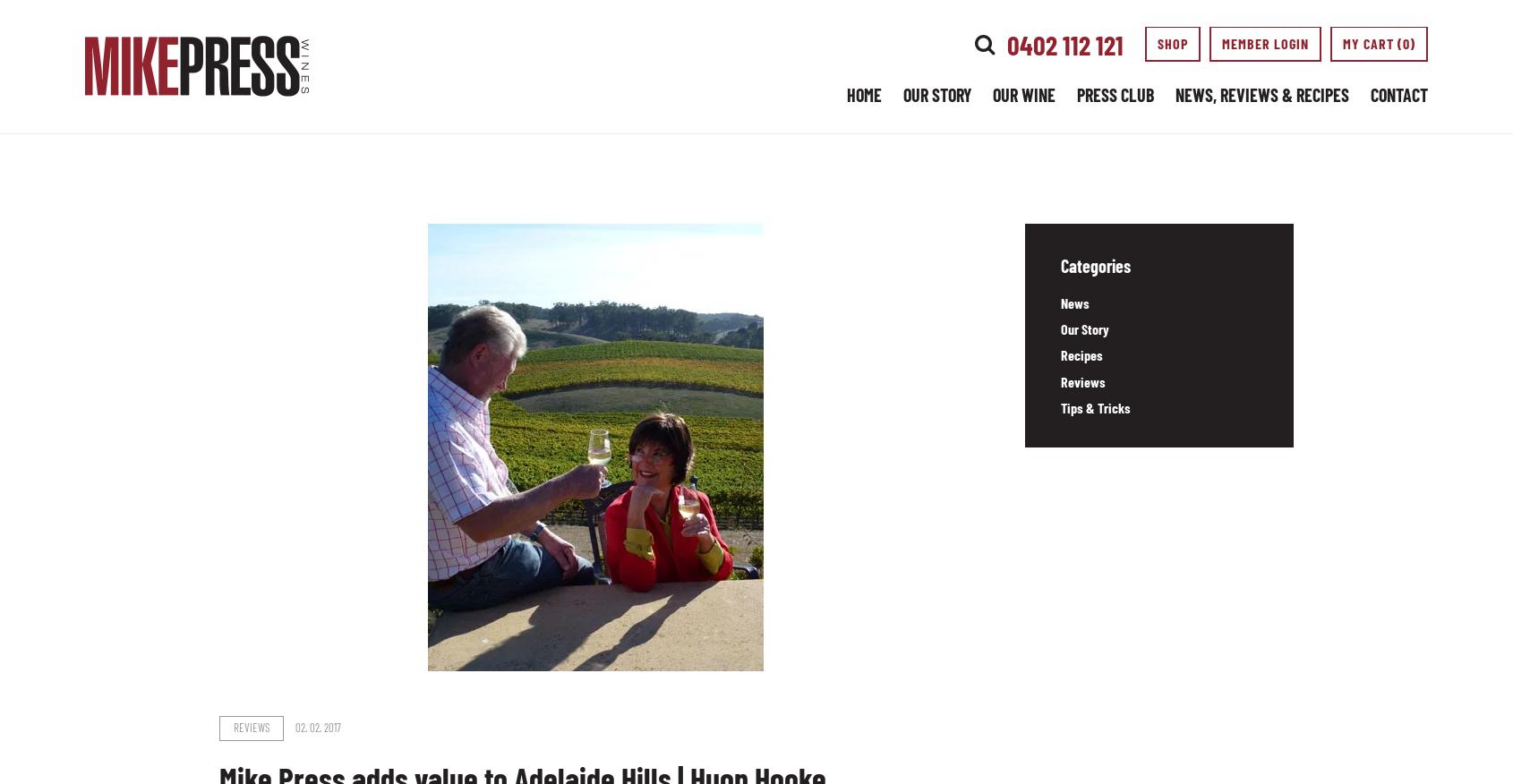 The image size is (1513, 784). I want to click on 'Tips & Tricks', so click(1095, 405).